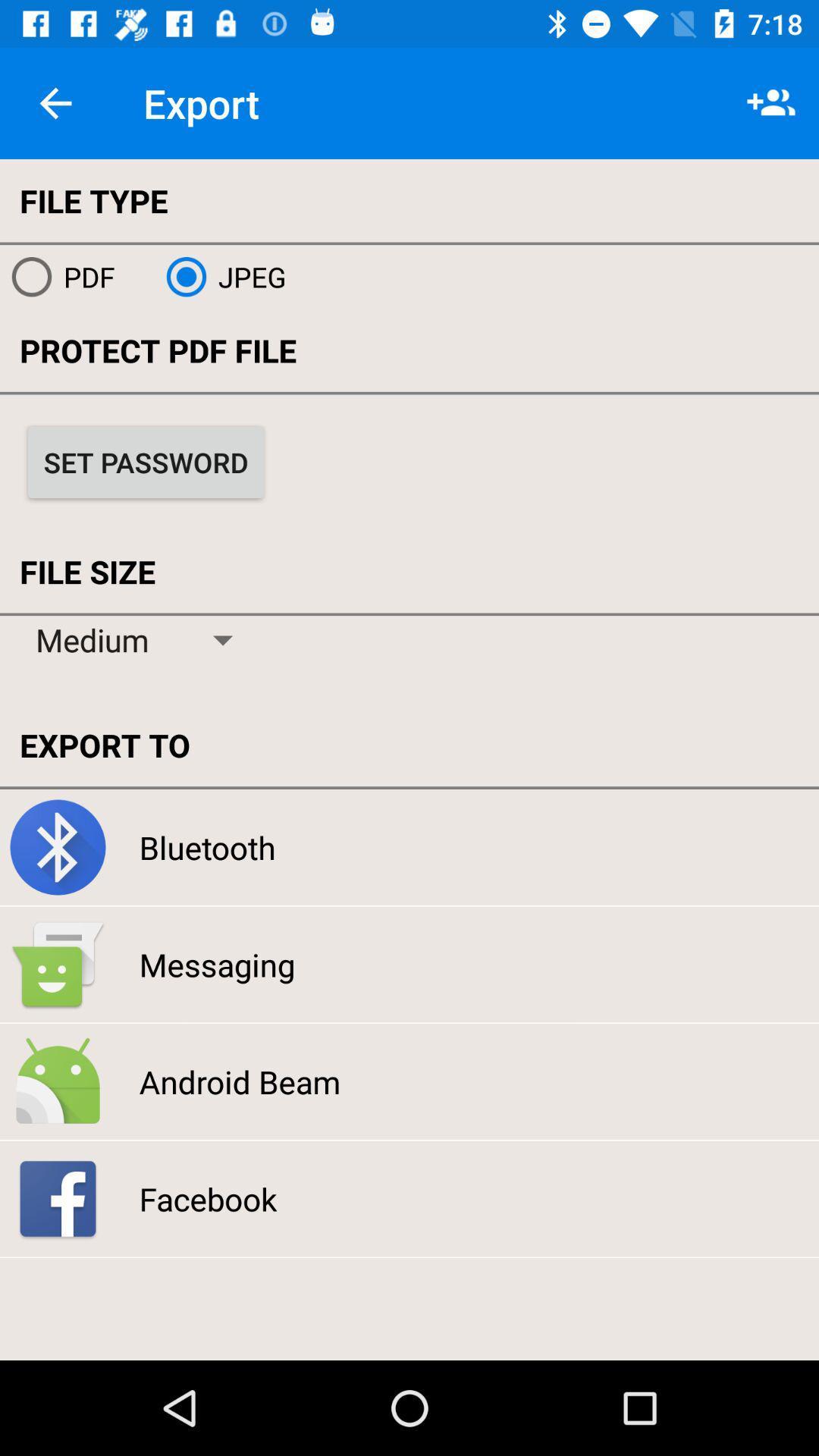 Image resolution: width=819 pixels, height=1456 pixels. Describe the element at coordinates (146, 461) in the screenshot. I see `the set password item` at that location.